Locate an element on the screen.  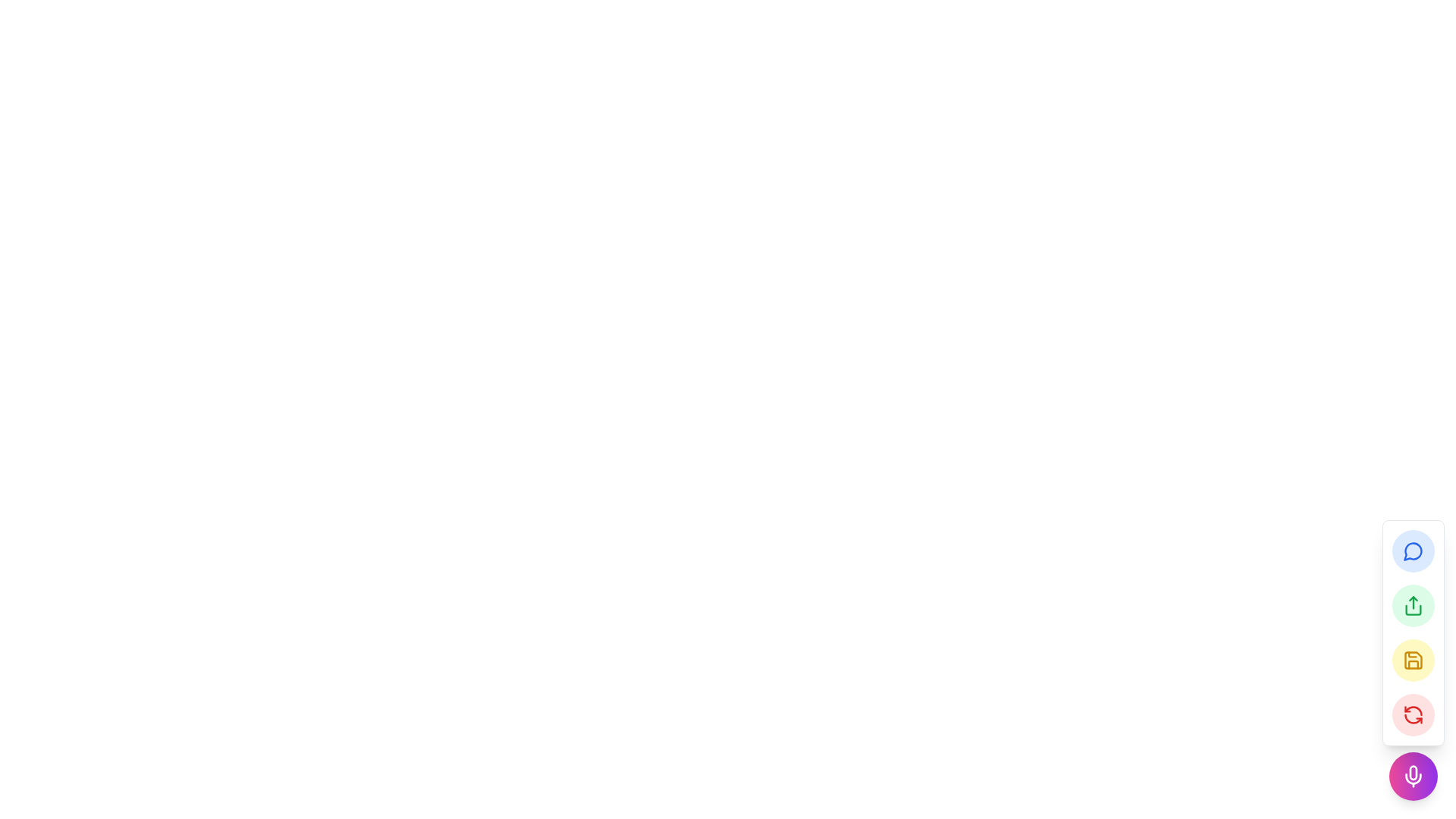
the circular microphone button with a gradient background is located at coordinates (1412, 776).